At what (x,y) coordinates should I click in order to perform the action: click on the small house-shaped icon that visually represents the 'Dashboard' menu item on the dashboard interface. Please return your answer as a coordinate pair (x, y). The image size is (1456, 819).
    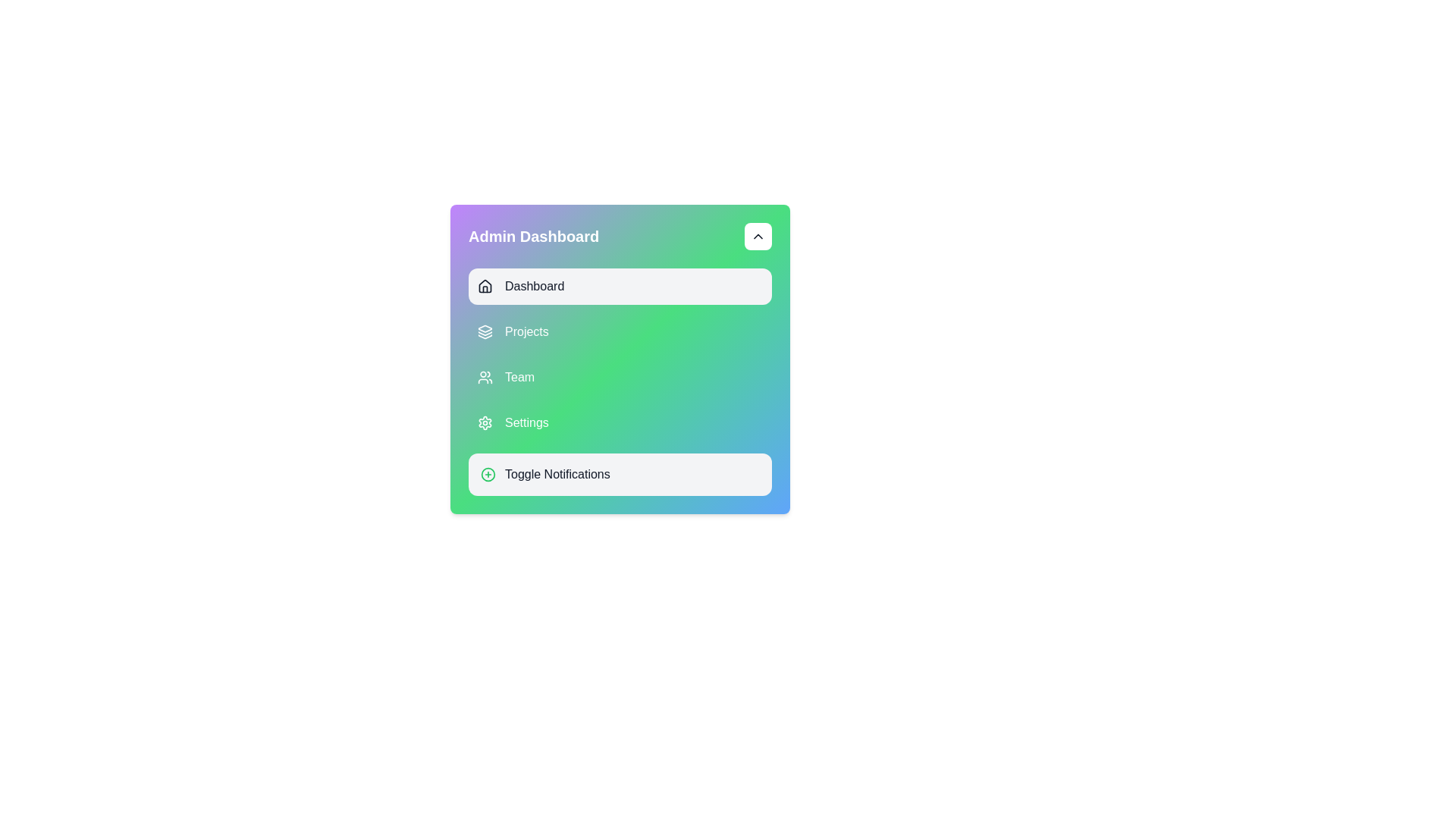
    Looking at the image, I should click on (484, 287).